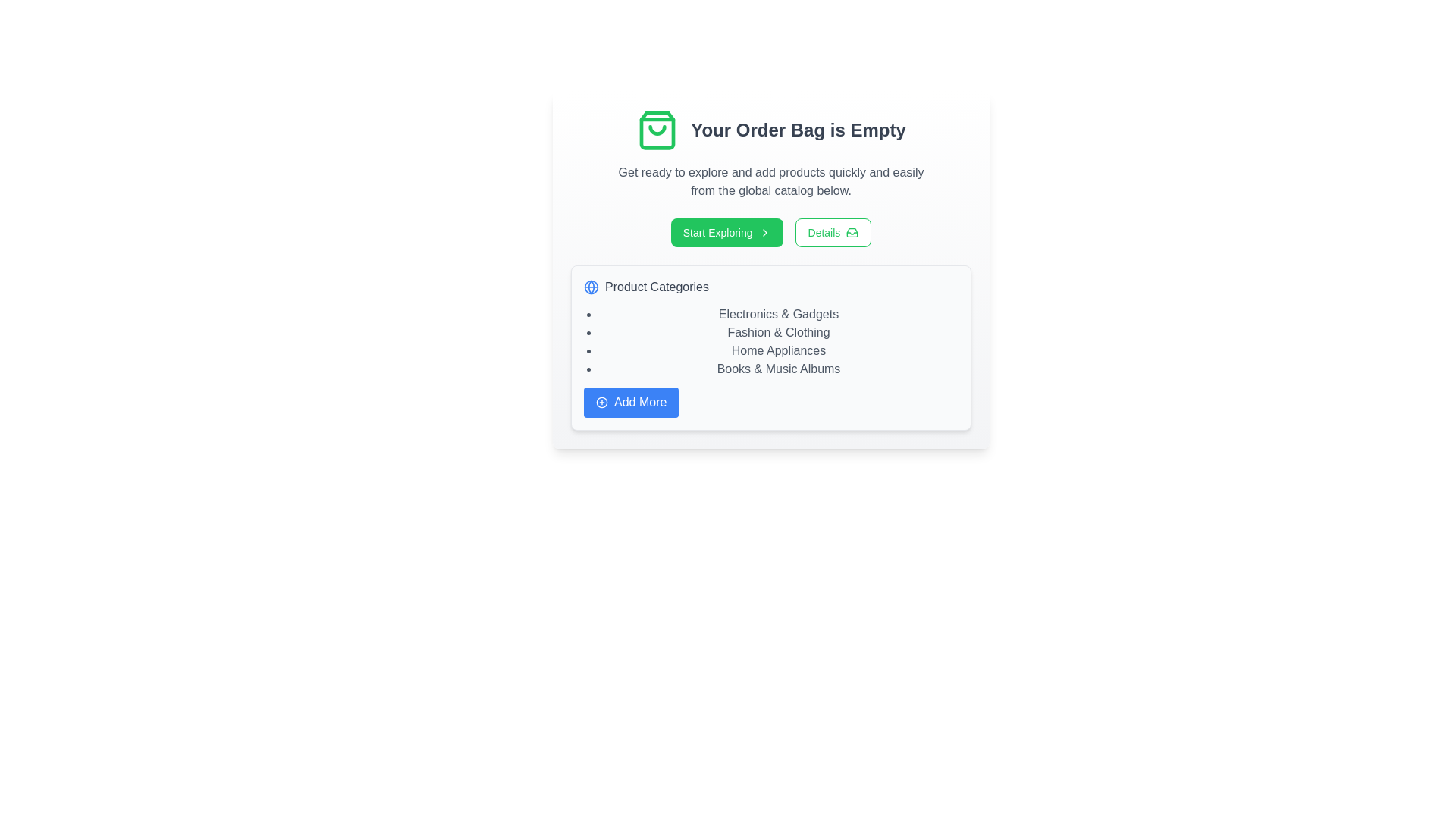 This screenshot has height=819, width=1456. I want to click on the decorative SVG circle that is part of the graphic icon related to the 'Add More' button, which is positioned to the left of the button at the bottom of the product categories panel, so click(601, 402).